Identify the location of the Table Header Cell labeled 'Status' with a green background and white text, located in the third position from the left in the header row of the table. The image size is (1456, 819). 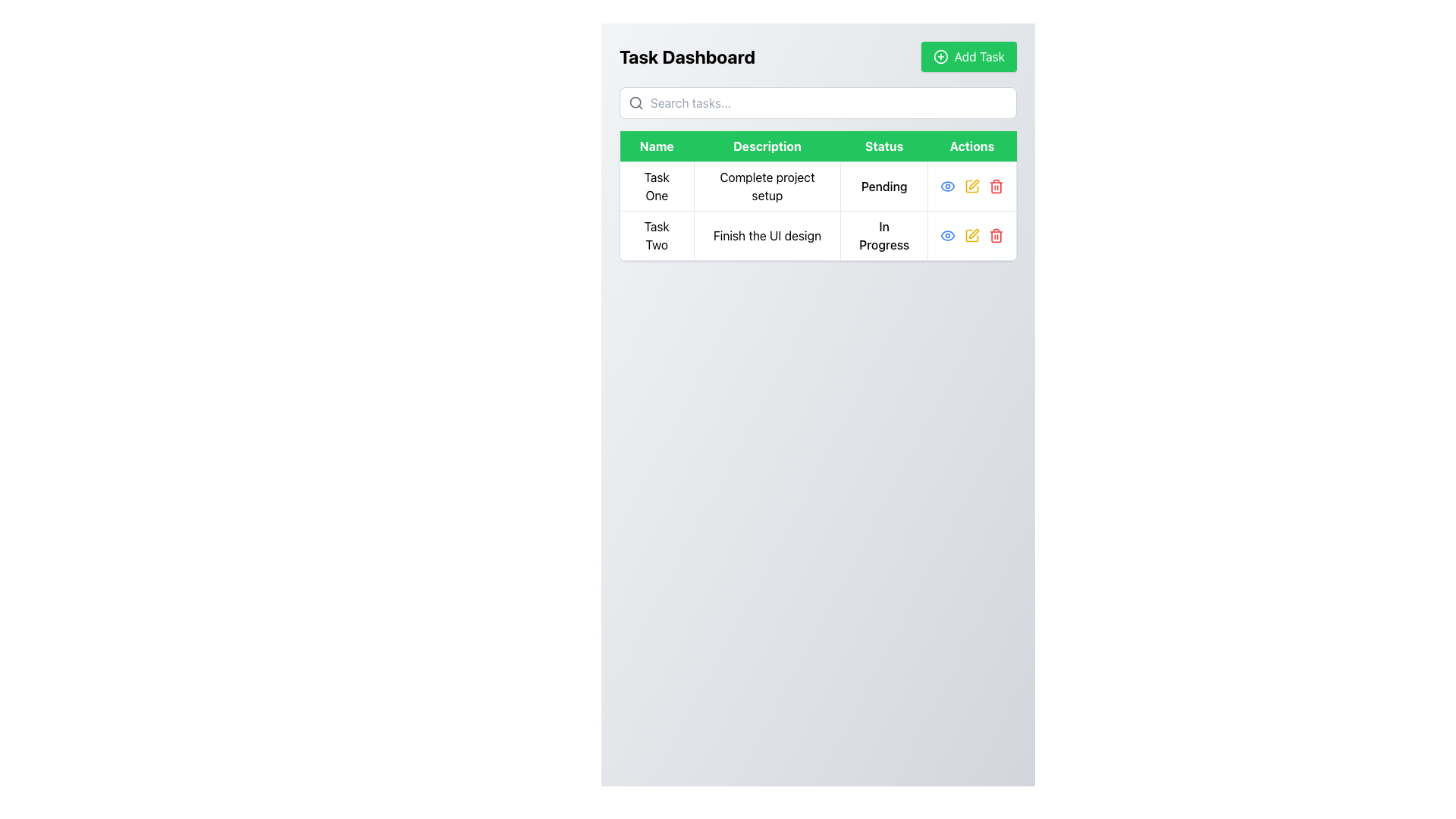
(884, 146).